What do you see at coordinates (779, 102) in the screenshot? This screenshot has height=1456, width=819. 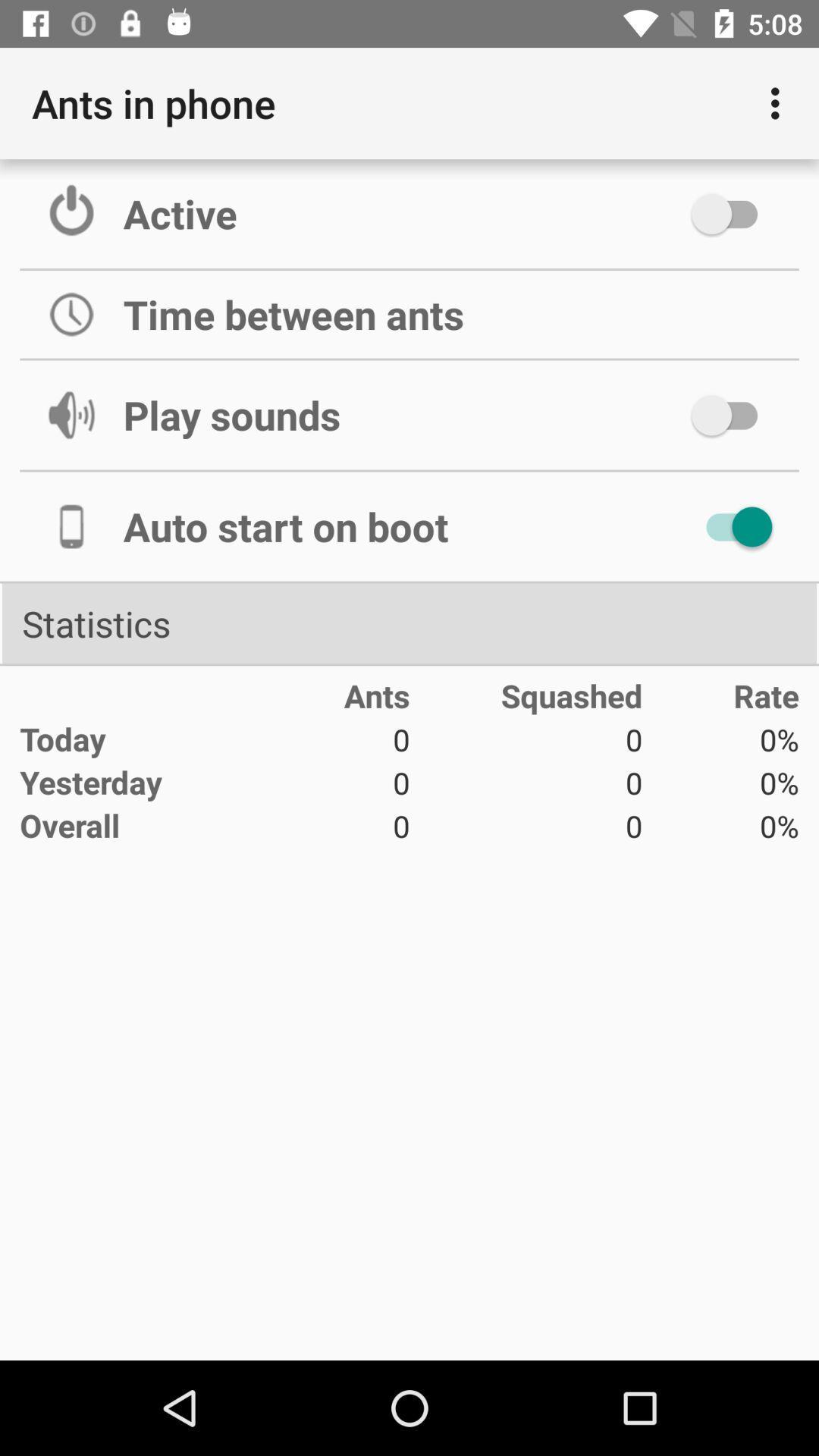 I see `app next to ants in phone item` at bounding box center [779, 102].